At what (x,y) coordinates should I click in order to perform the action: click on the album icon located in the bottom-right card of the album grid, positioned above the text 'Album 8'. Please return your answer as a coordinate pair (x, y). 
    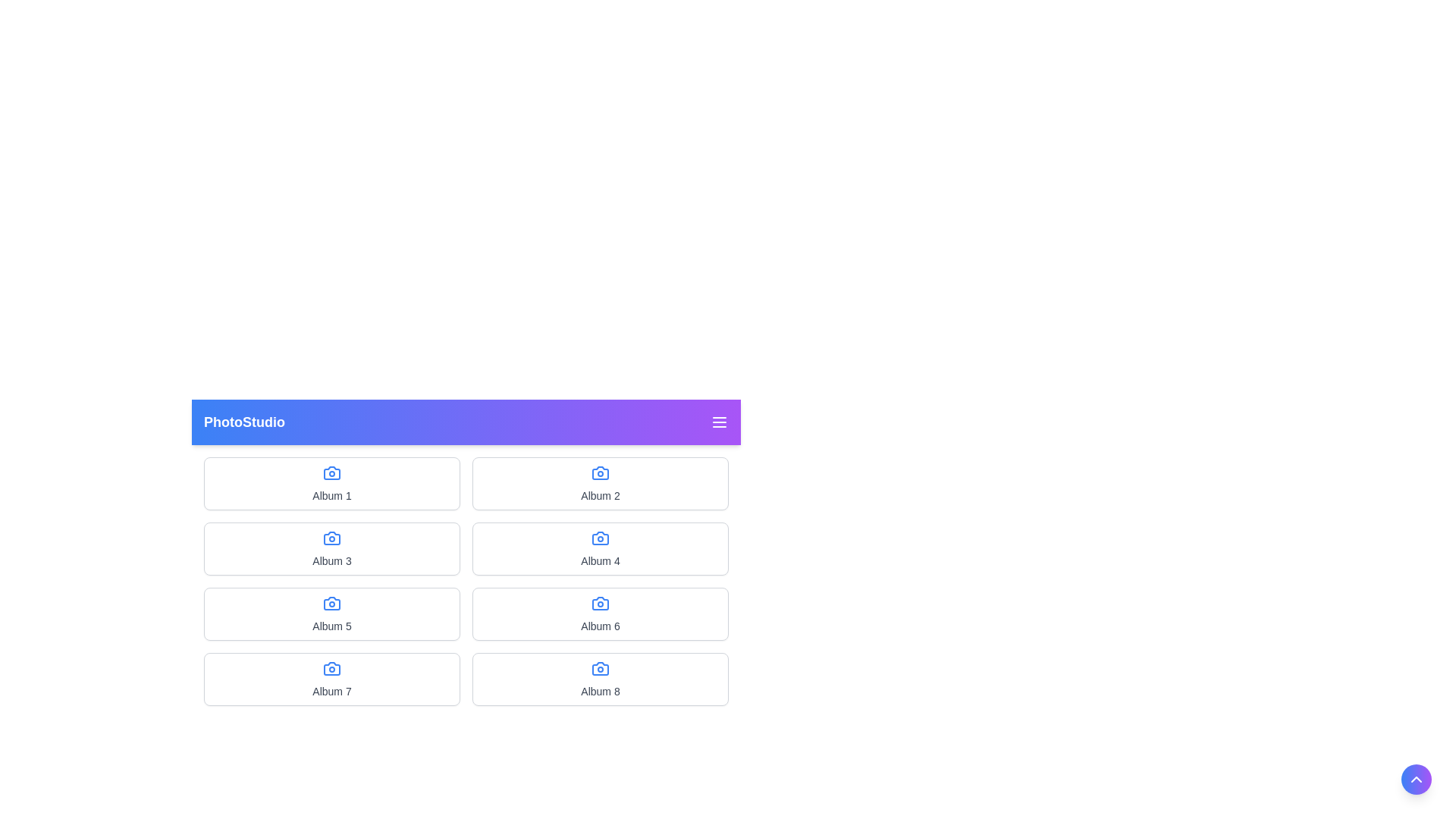
    Looking at the image, I should click on (600, 668).